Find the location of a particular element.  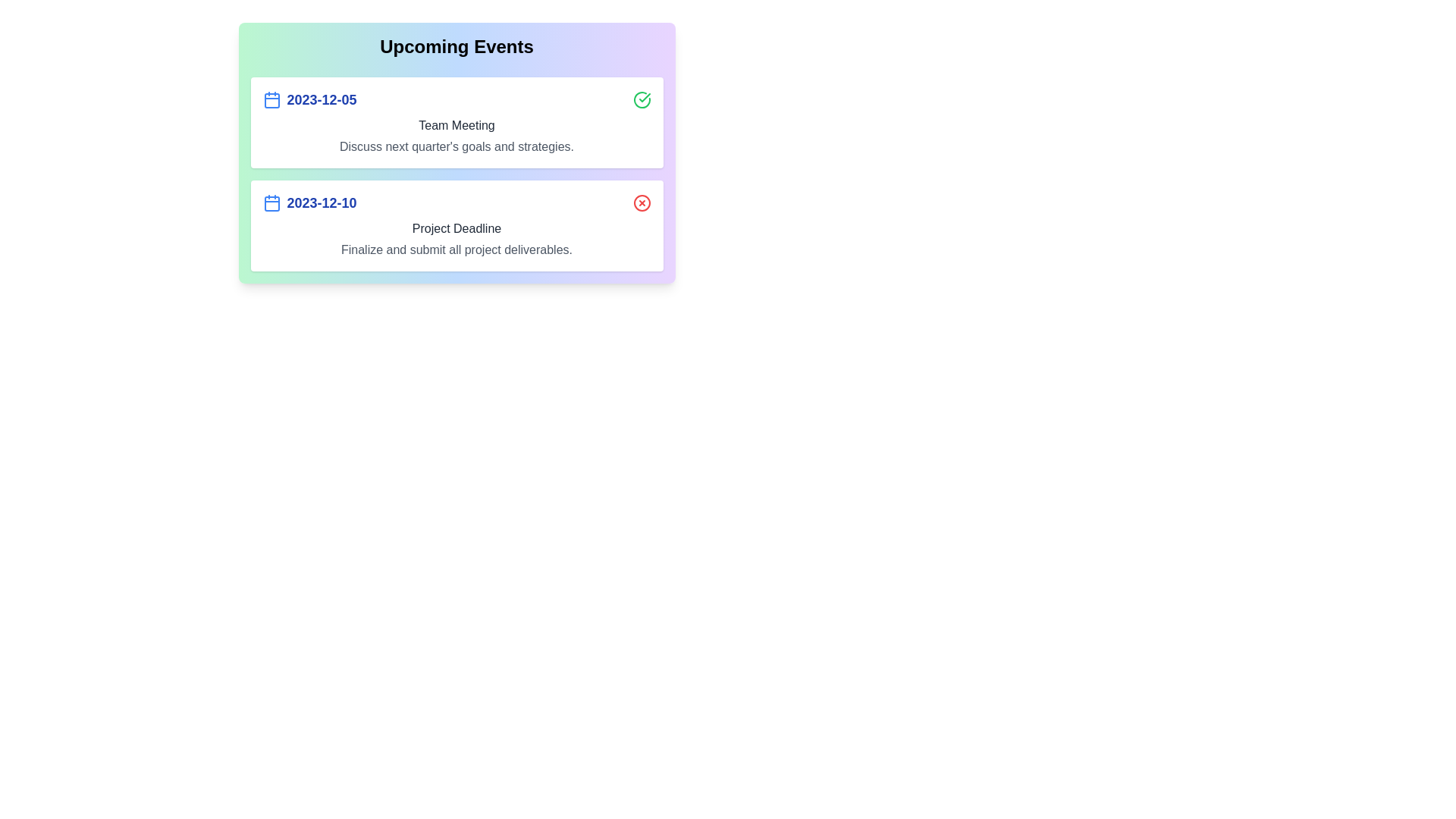

the event with the date 2023-12-10 to view its details is located at coordinates (456, 225).